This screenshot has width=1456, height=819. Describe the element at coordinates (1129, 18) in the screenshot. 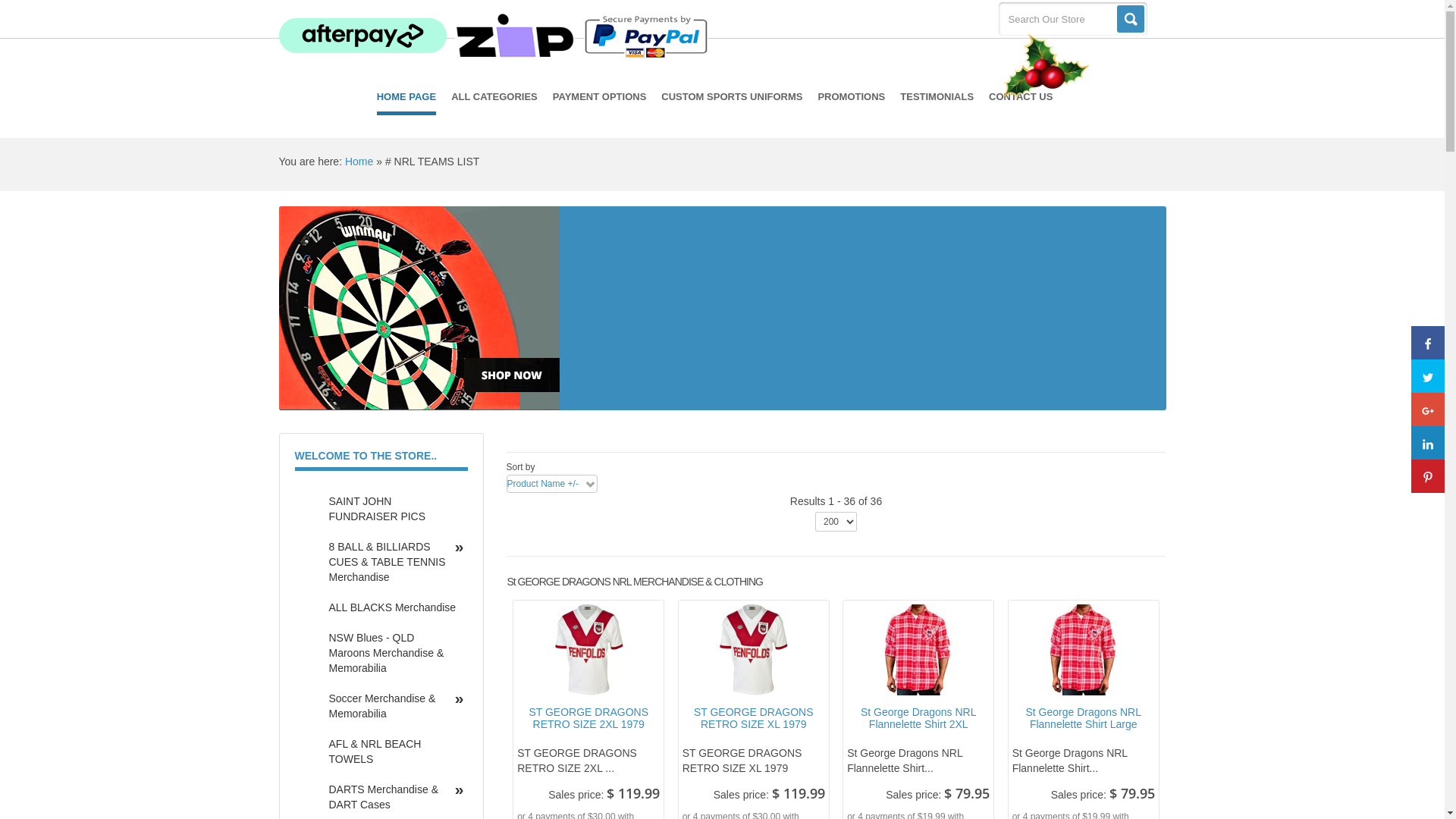

I see `'Search'` at that location.